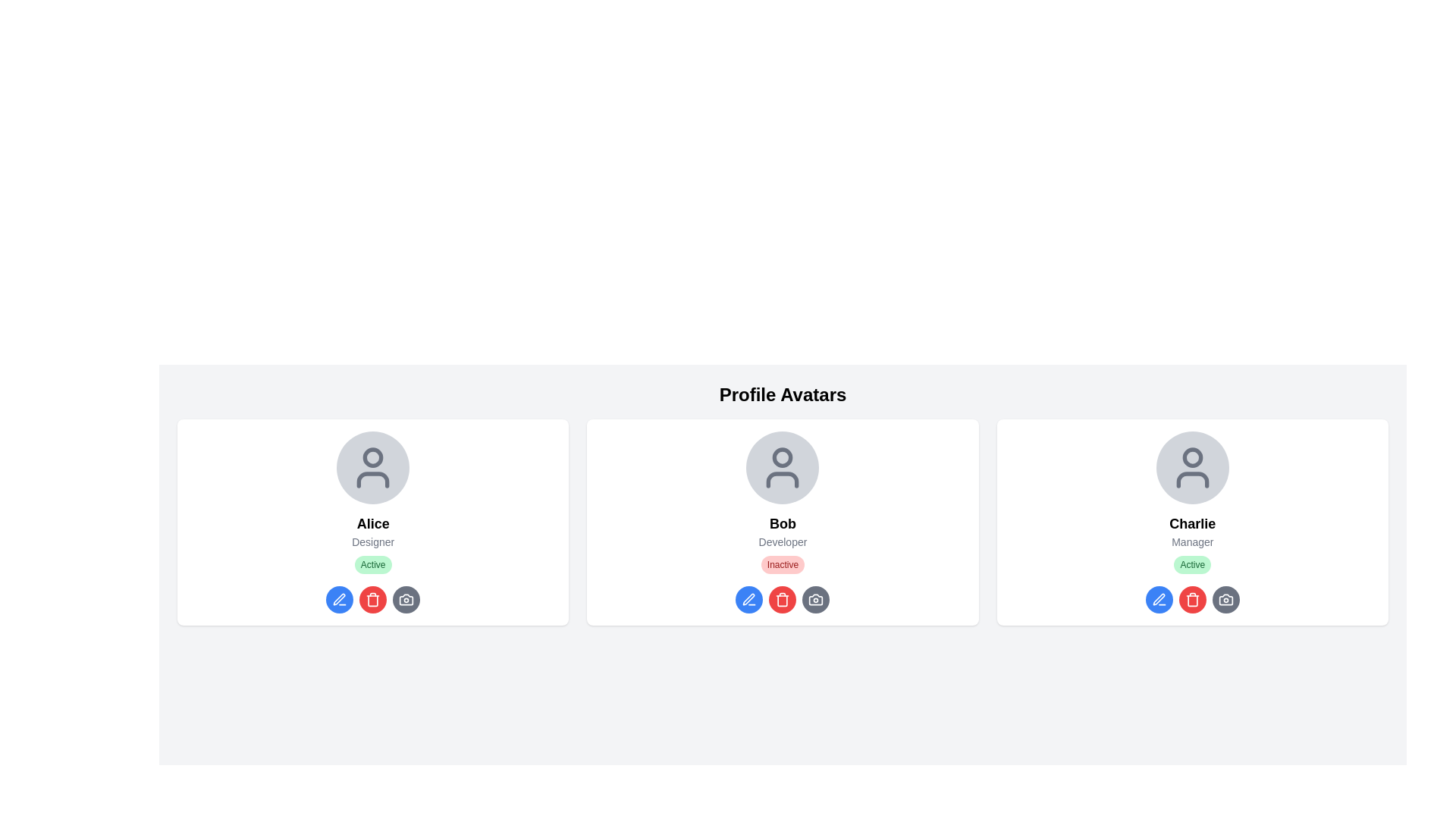  I want to click on the static text displaying the name 'Bob' in the user profile card, located centrally under the heading 'Profile Avatars', directly below the avatar graphic and above the text 'Developer', so click(783, 522).